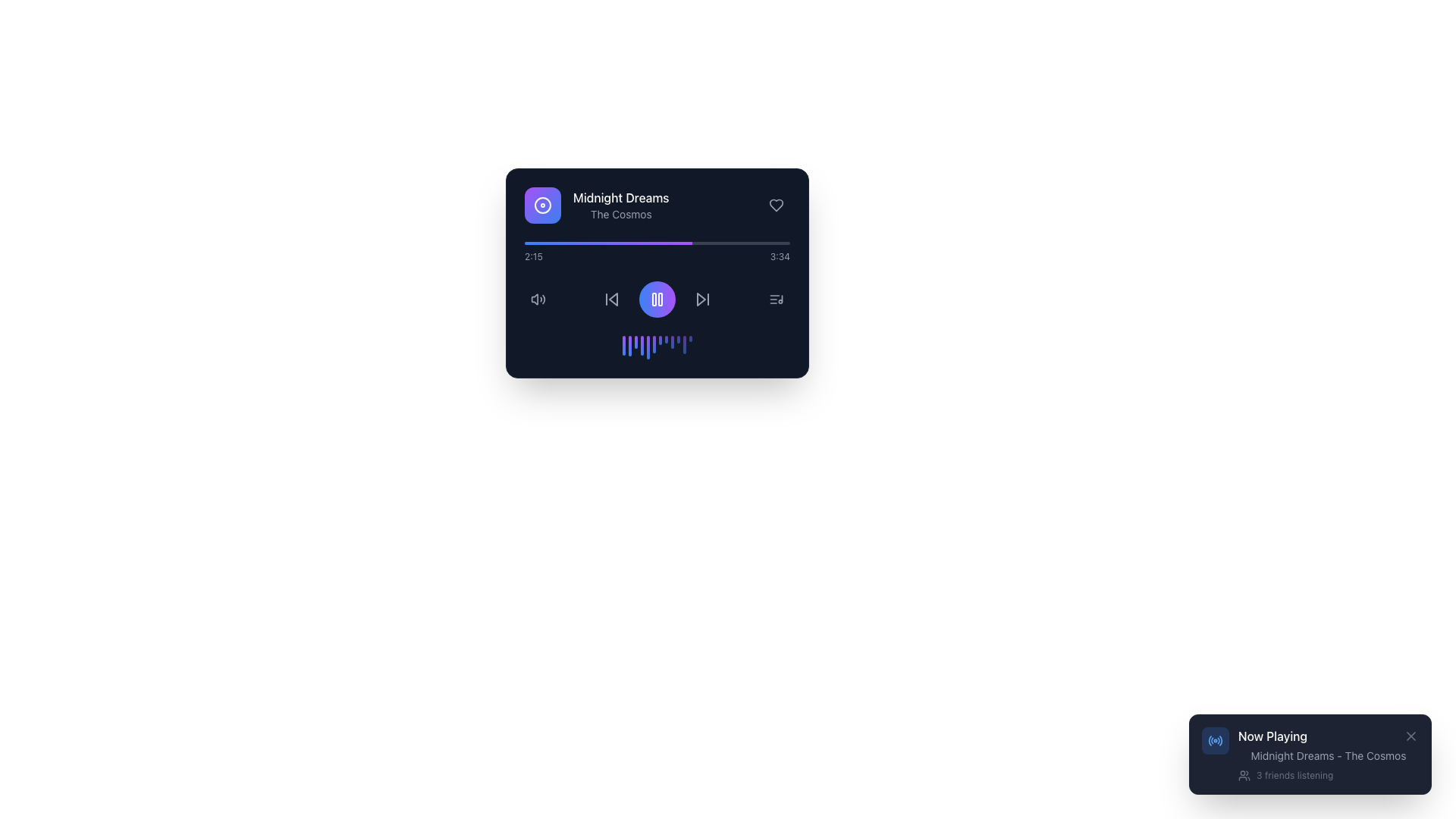 This screenshot has height=819, width=1456. I want to click on the descriptive text label indicating that three friends are listening, located in the bottom-right corner under the 'Now Playing' section, so click(1294, 775).